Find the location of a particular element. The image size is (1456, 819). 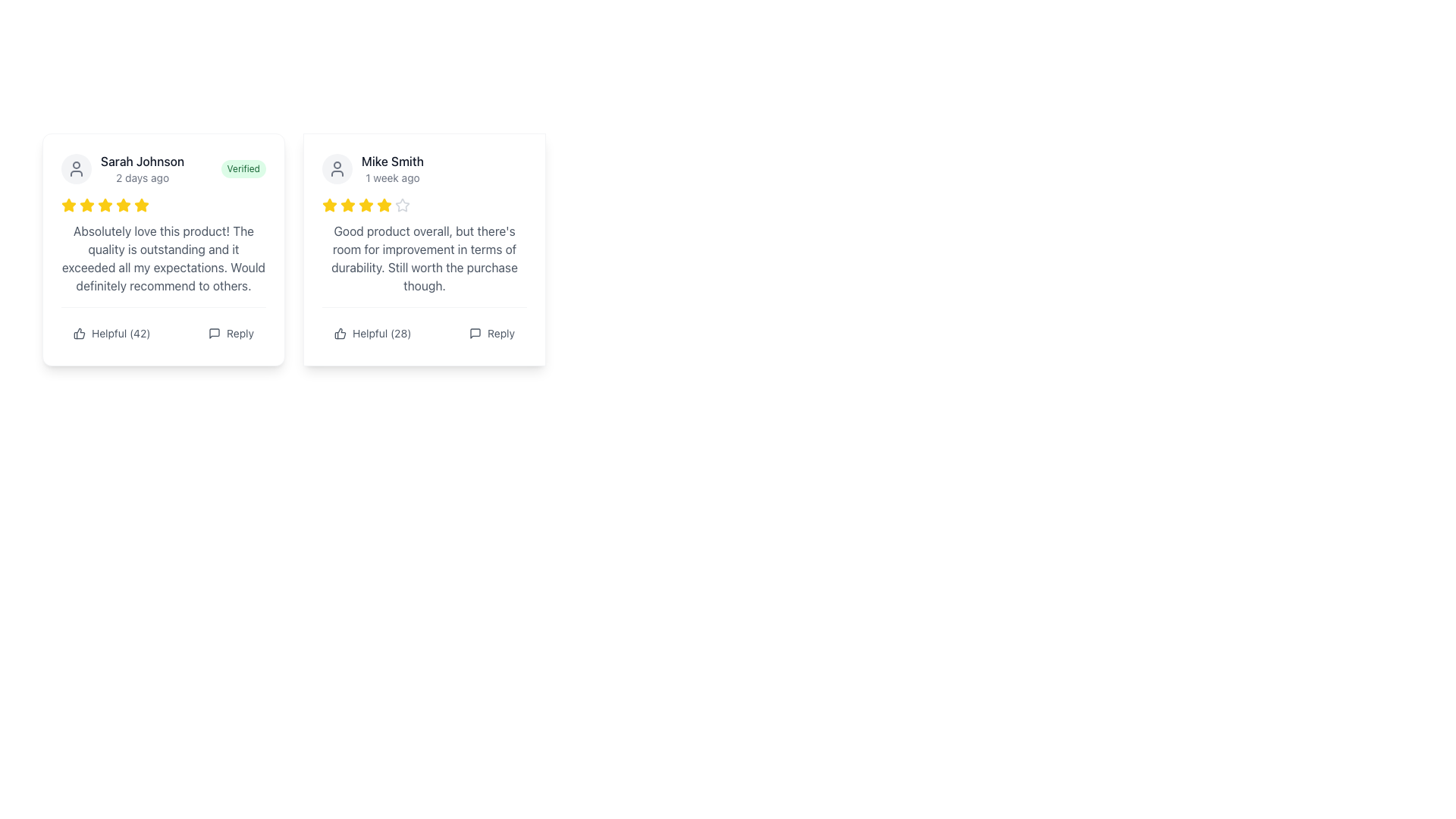

the thumbs-up SVG icon to like the review, located to the left of the text 'Helpful (42)' within the review card structure is located at coordinates (79, 332).